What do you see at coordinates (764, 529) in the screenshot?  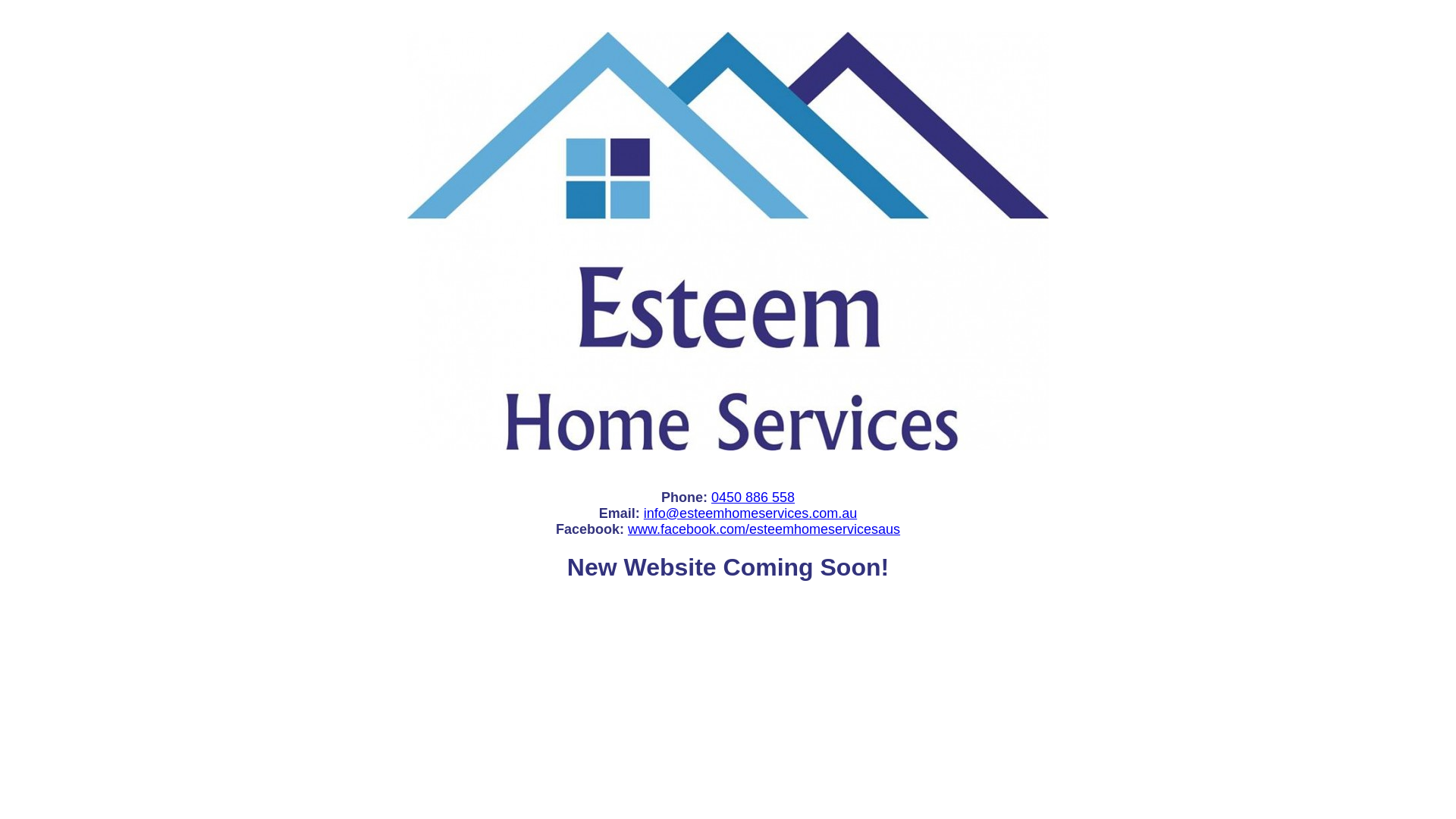 I see `'www.facebook.com/esteemhomeservicesaus'` at bounding box center [764, 529].